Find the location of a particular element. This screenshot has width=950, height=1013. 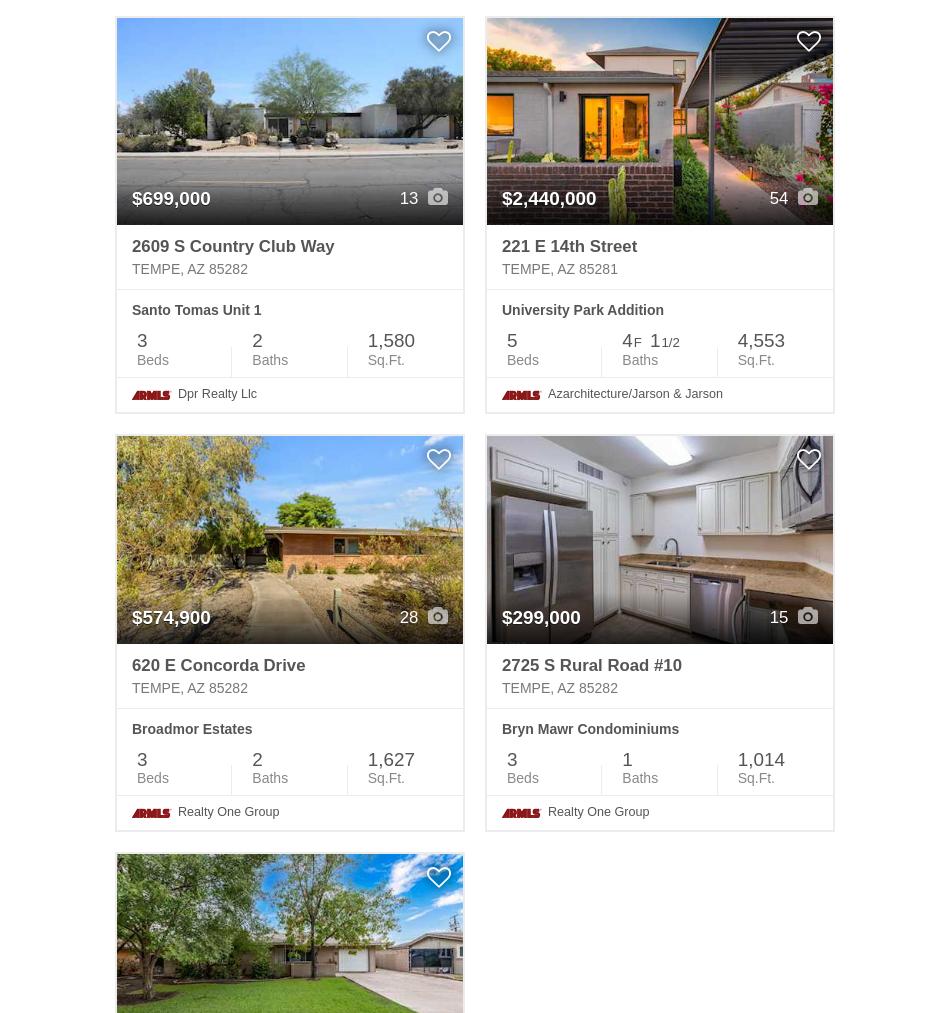

'4,553' is located at coordinates (759, 340).